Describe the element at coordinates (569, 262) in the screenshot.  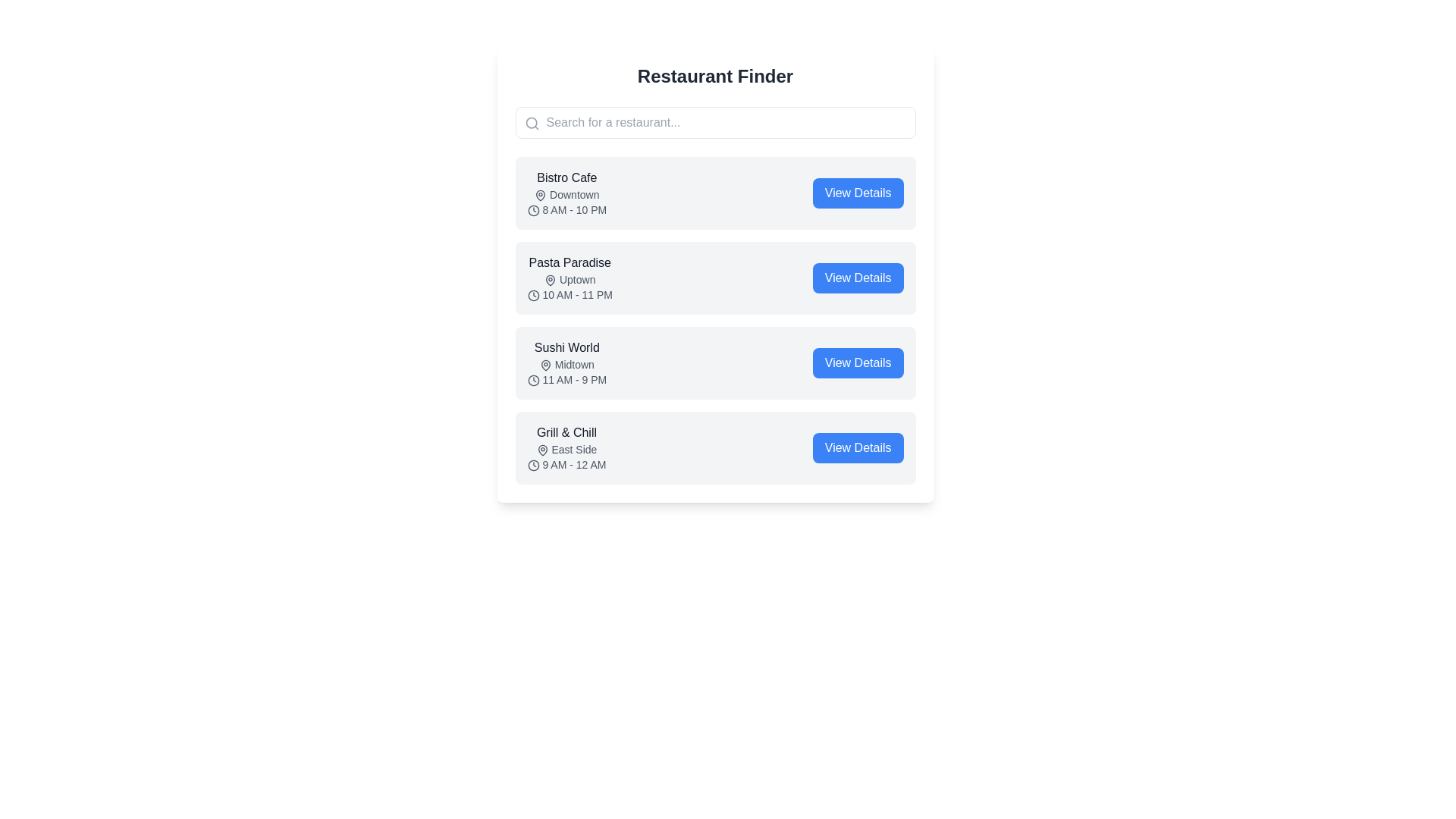
I see `the static text label 'Pasta Paradise' which serves as the title of the restaurant in the list` at that location.